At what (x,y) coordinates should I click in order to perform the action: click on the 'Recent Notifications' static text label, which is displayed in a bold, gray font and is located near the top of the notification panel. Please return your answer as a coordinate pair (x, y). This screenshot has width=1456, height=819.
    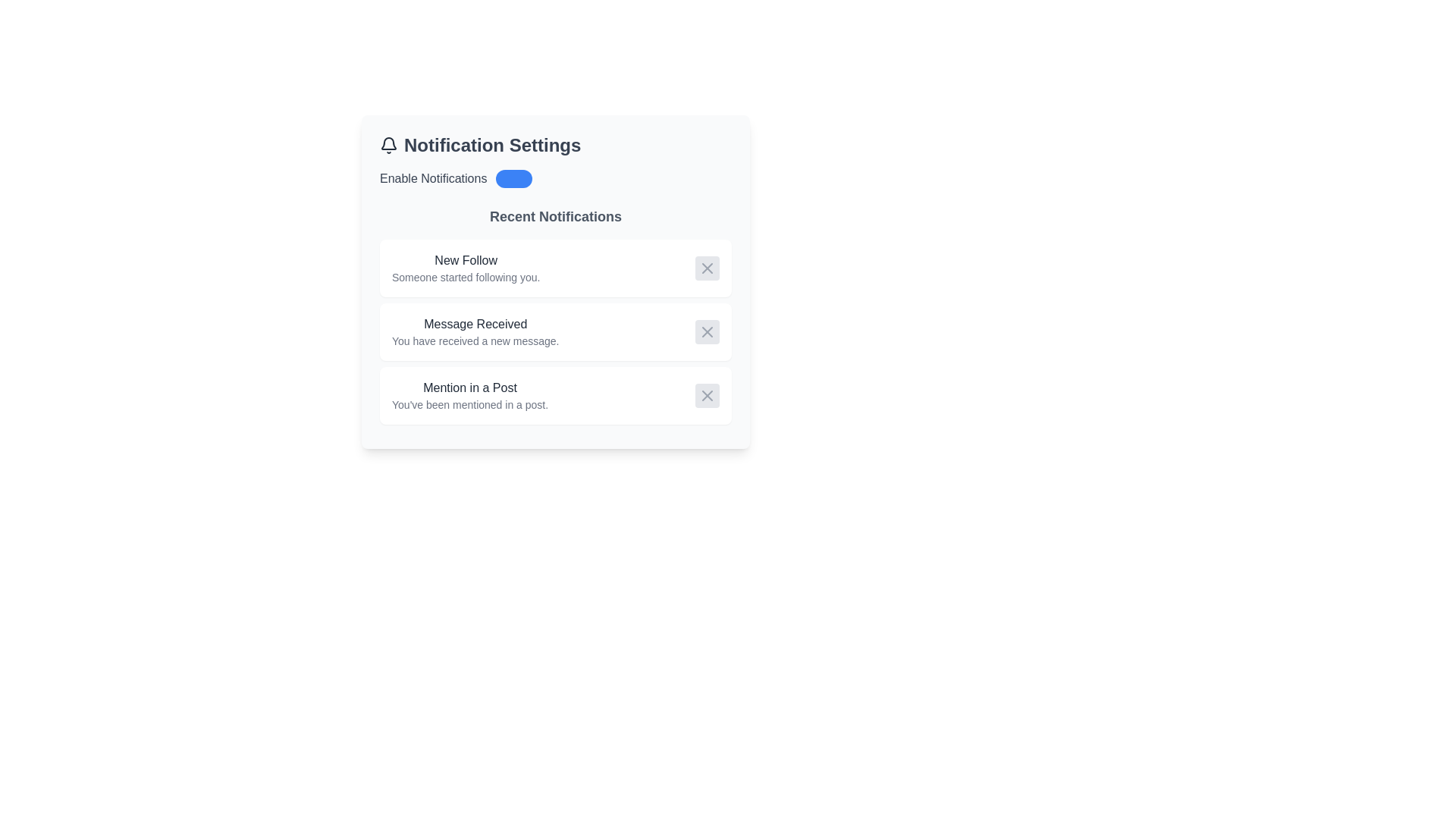
    Looking at the image, I should click on (555, 216).